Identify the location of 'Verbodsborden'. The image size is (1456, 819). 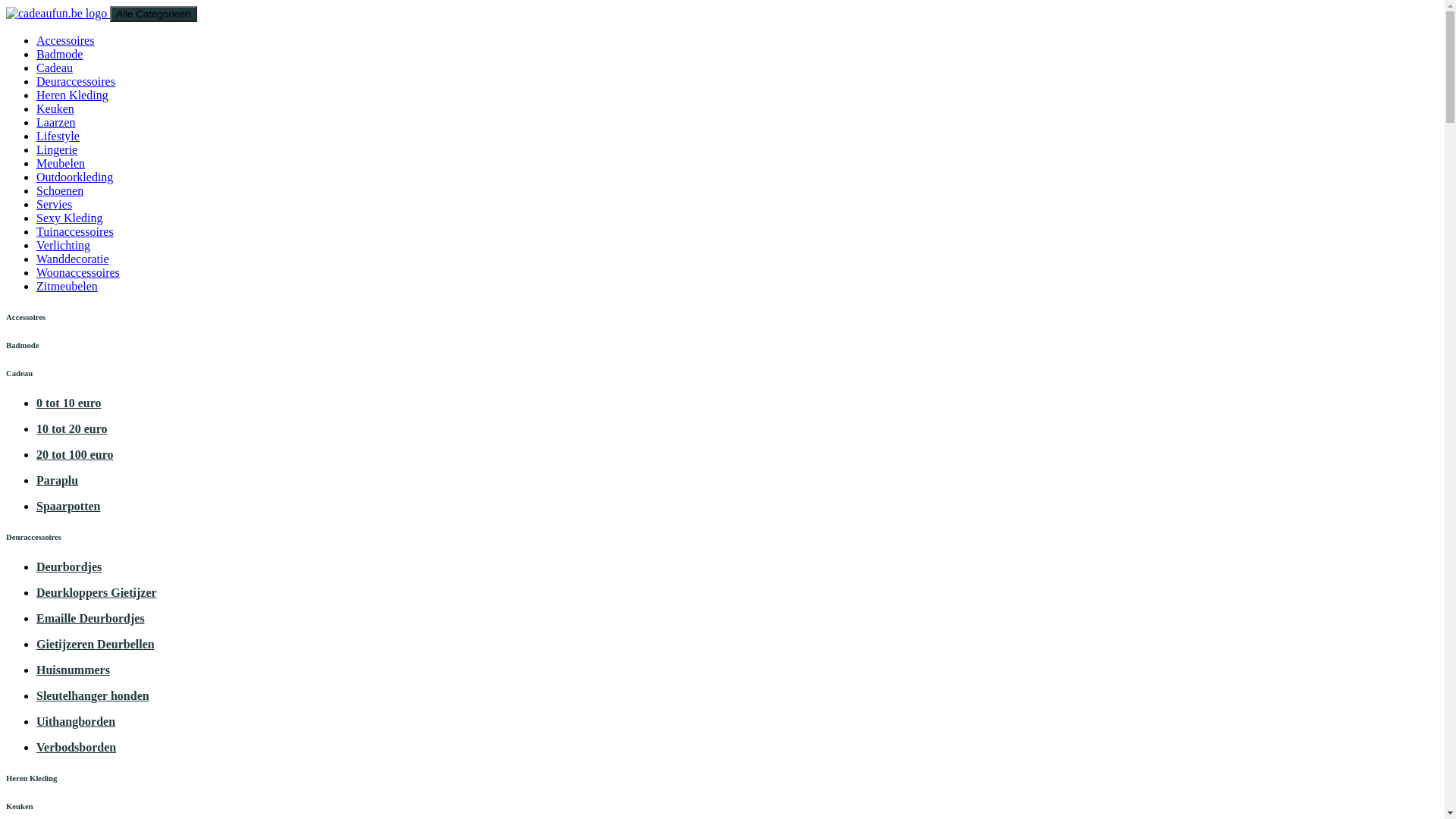
(75, 746).